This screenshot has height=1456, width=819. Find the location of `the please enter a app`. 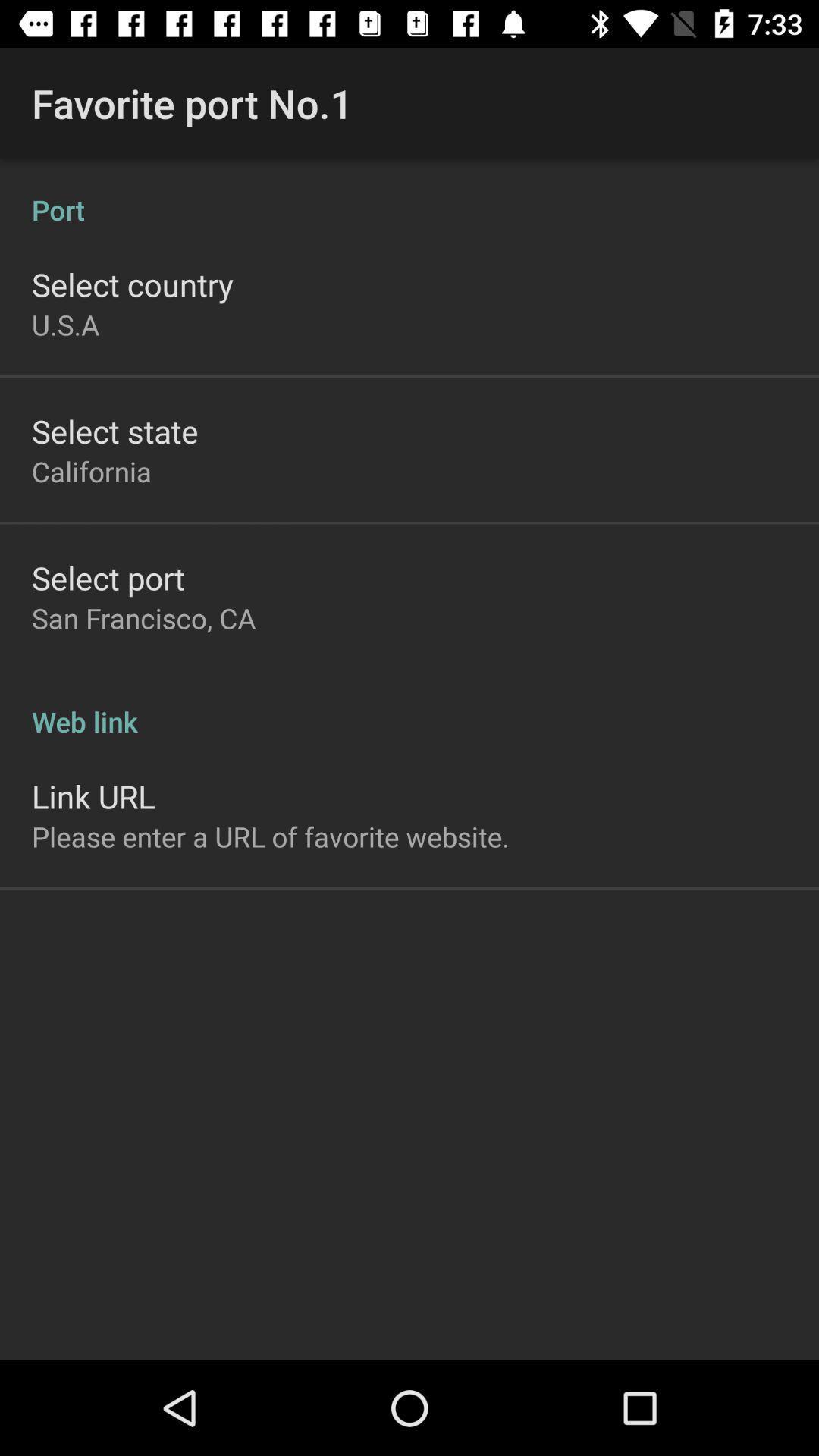

the please enter a app is located at coordinates (270, 836).